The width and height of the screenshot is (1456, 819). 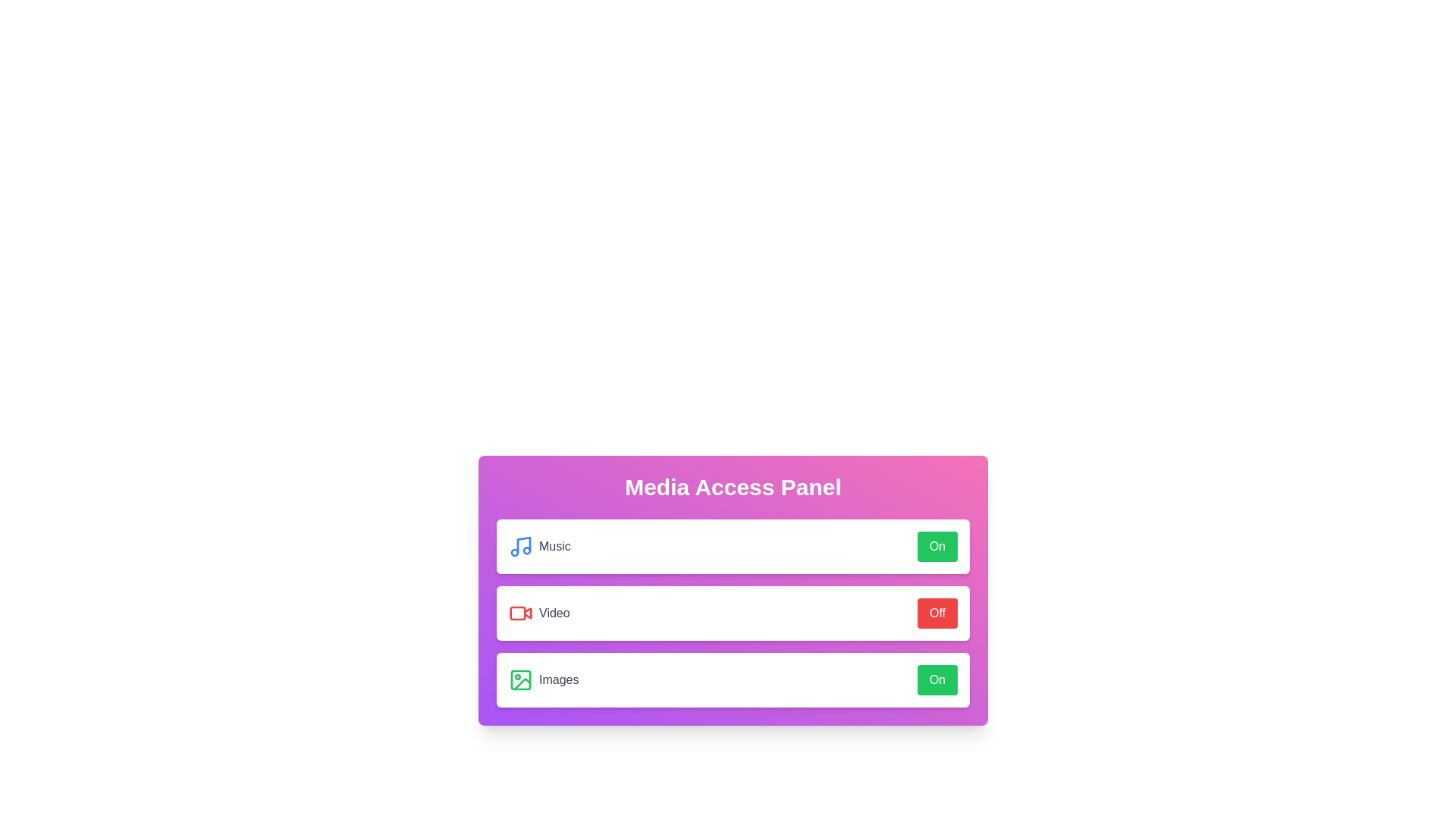 What do you see at coordinates (733, 488) in the screenshot?
I see `the heading text of the panel` at bounding box center [733, 488].